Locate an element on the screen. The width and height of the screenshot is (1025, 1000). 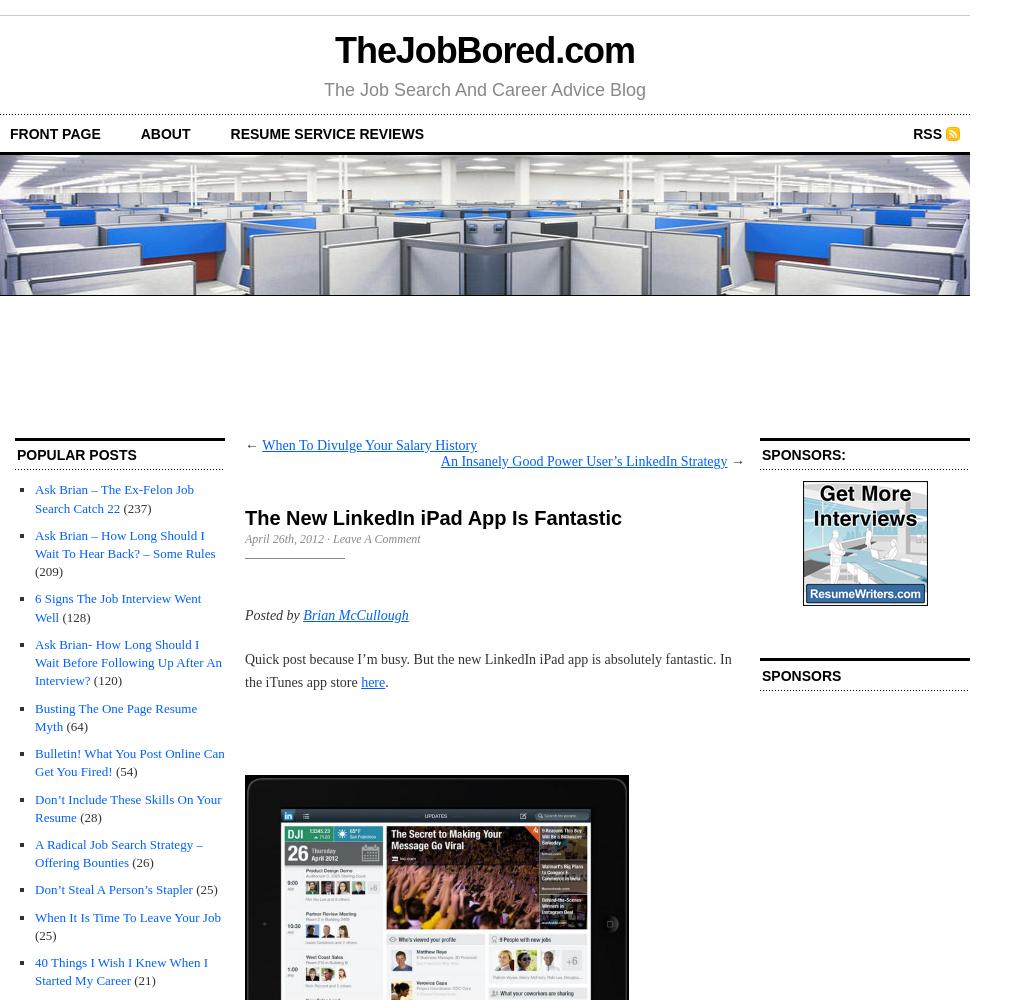
'about' is located at coordinates (164, 133).